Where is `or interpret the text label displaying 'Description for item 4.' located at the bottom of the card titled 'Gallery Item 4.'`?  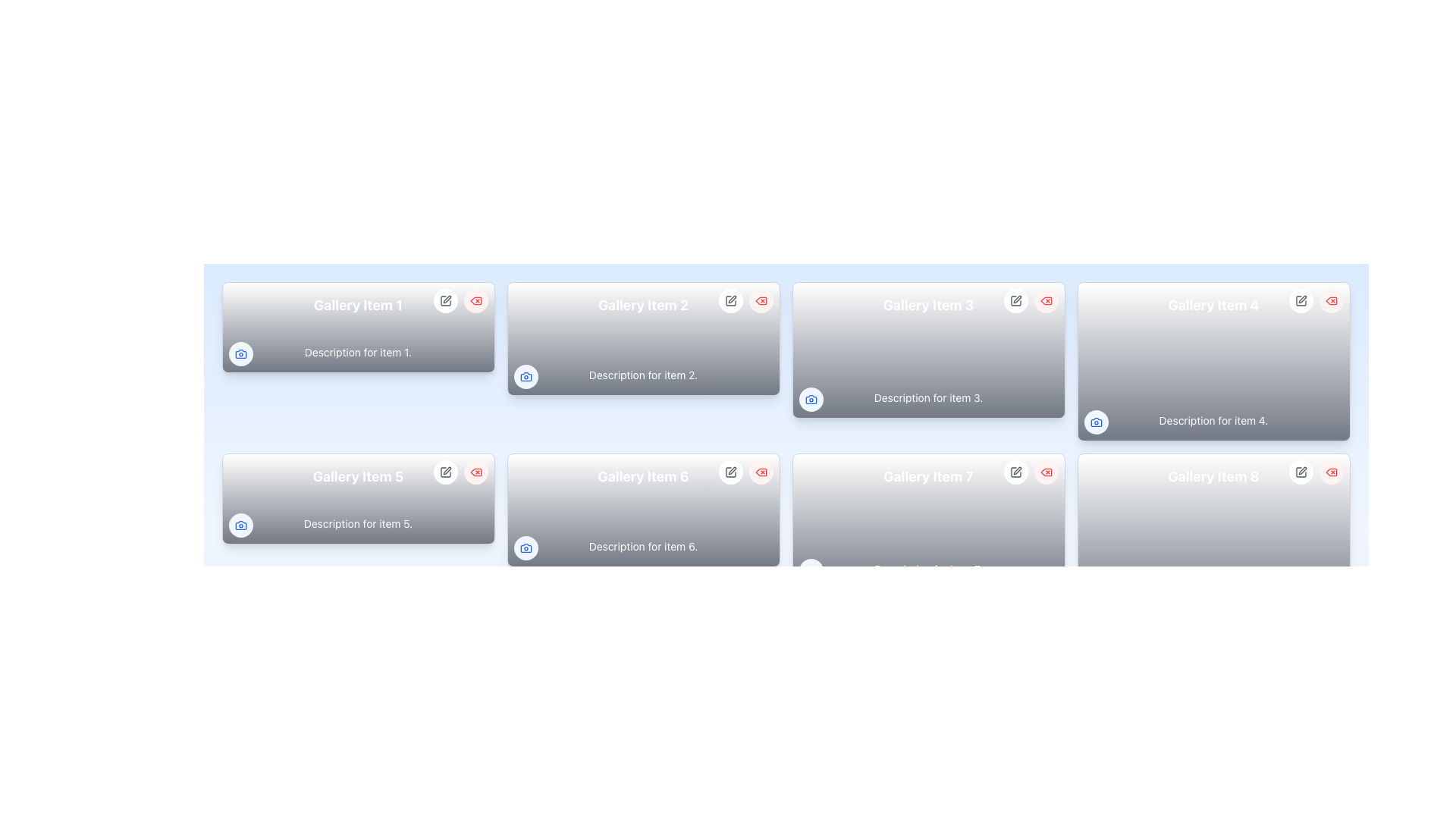 or interpret the text label displaying 'Description for item 4.' located at the bottom of the card titled 'Gallery Item 4.' is located at coordinates (1213, 421).